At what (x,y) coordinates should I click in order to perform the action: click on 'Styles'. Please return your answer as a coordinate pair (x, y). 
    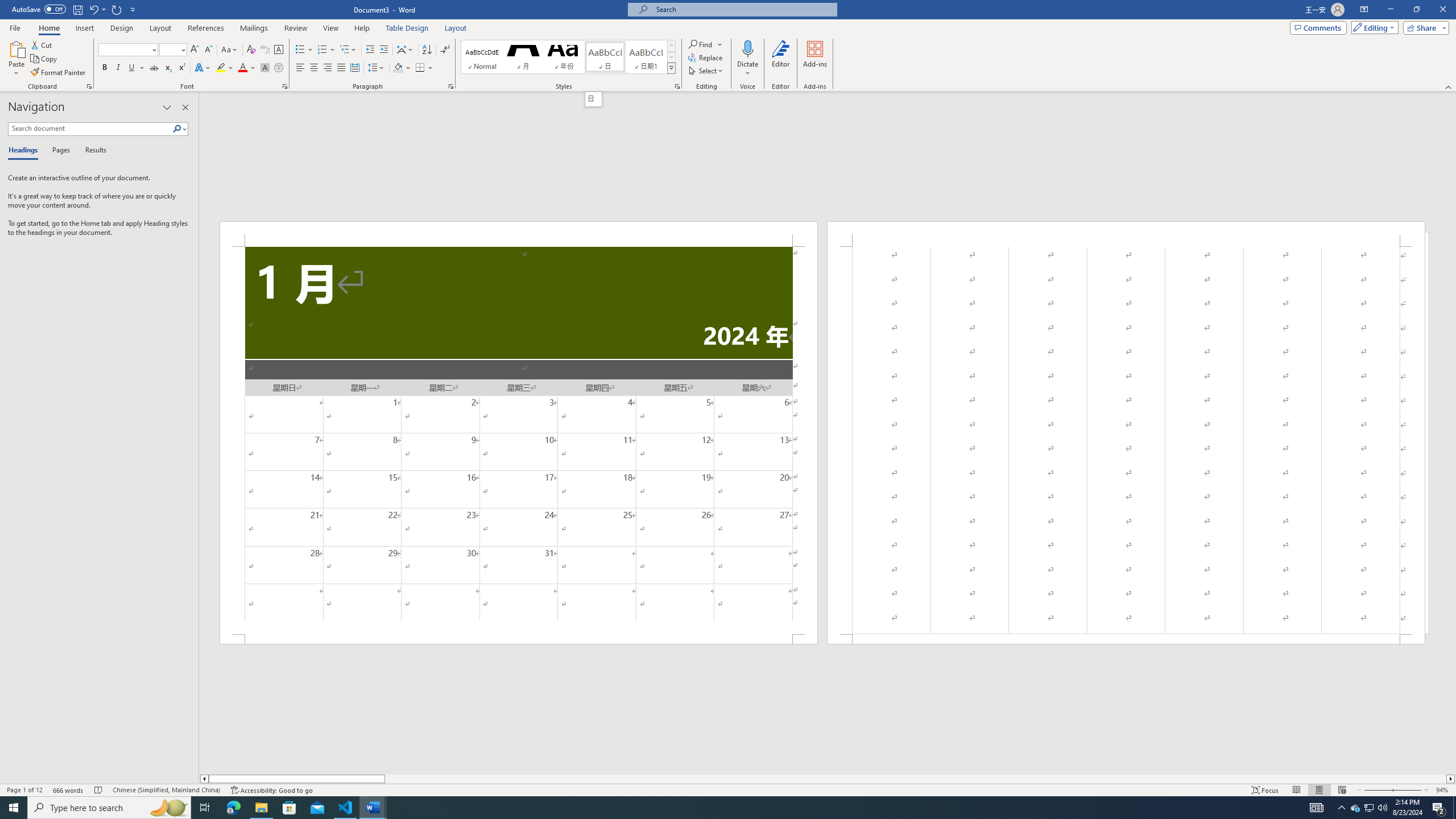
    Looking at the image, I should click on (671, 67).